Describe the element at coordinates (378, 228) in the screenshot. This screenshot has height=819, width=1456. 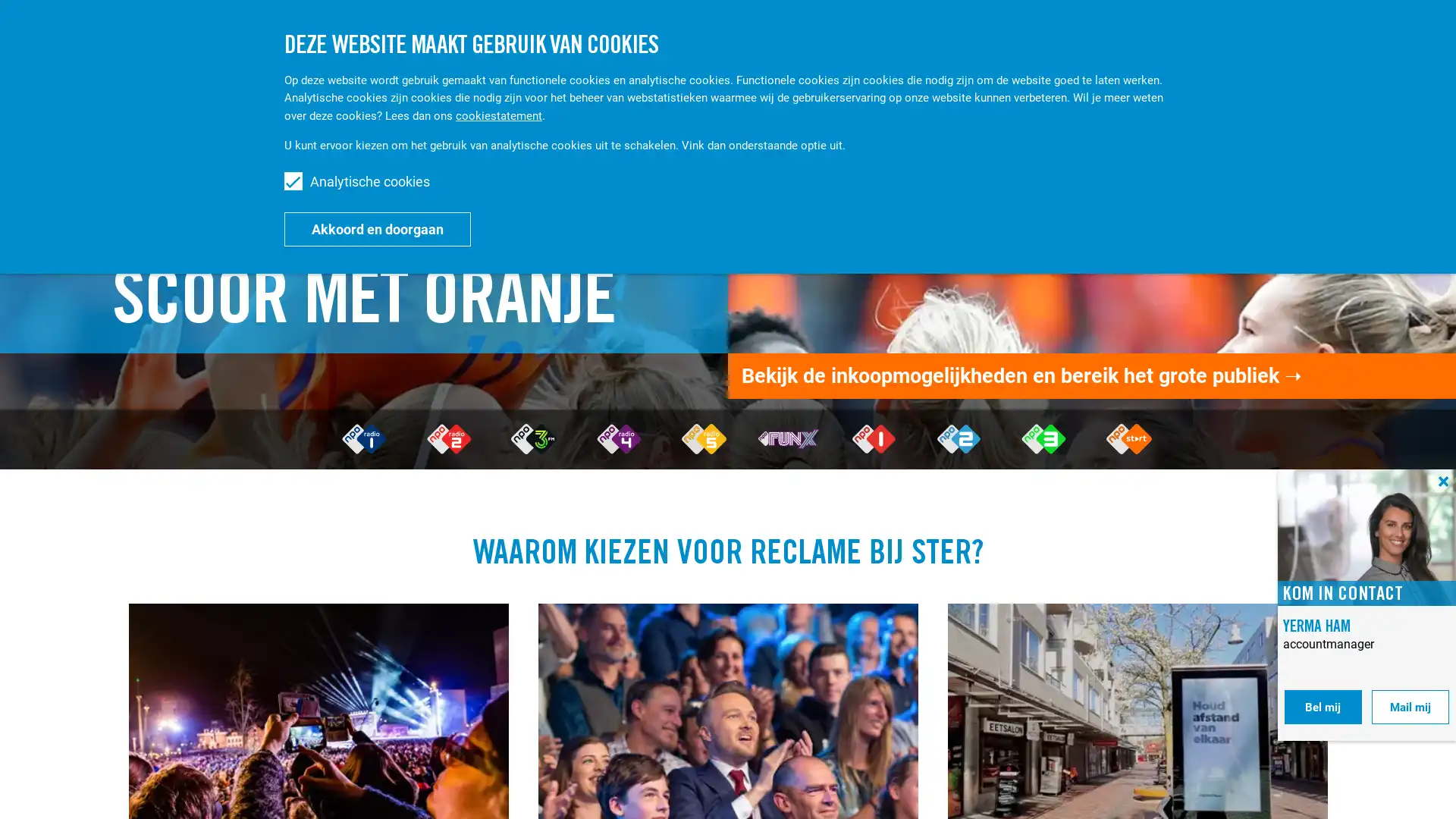
I see `Akkoord en doorgaan` at that location.